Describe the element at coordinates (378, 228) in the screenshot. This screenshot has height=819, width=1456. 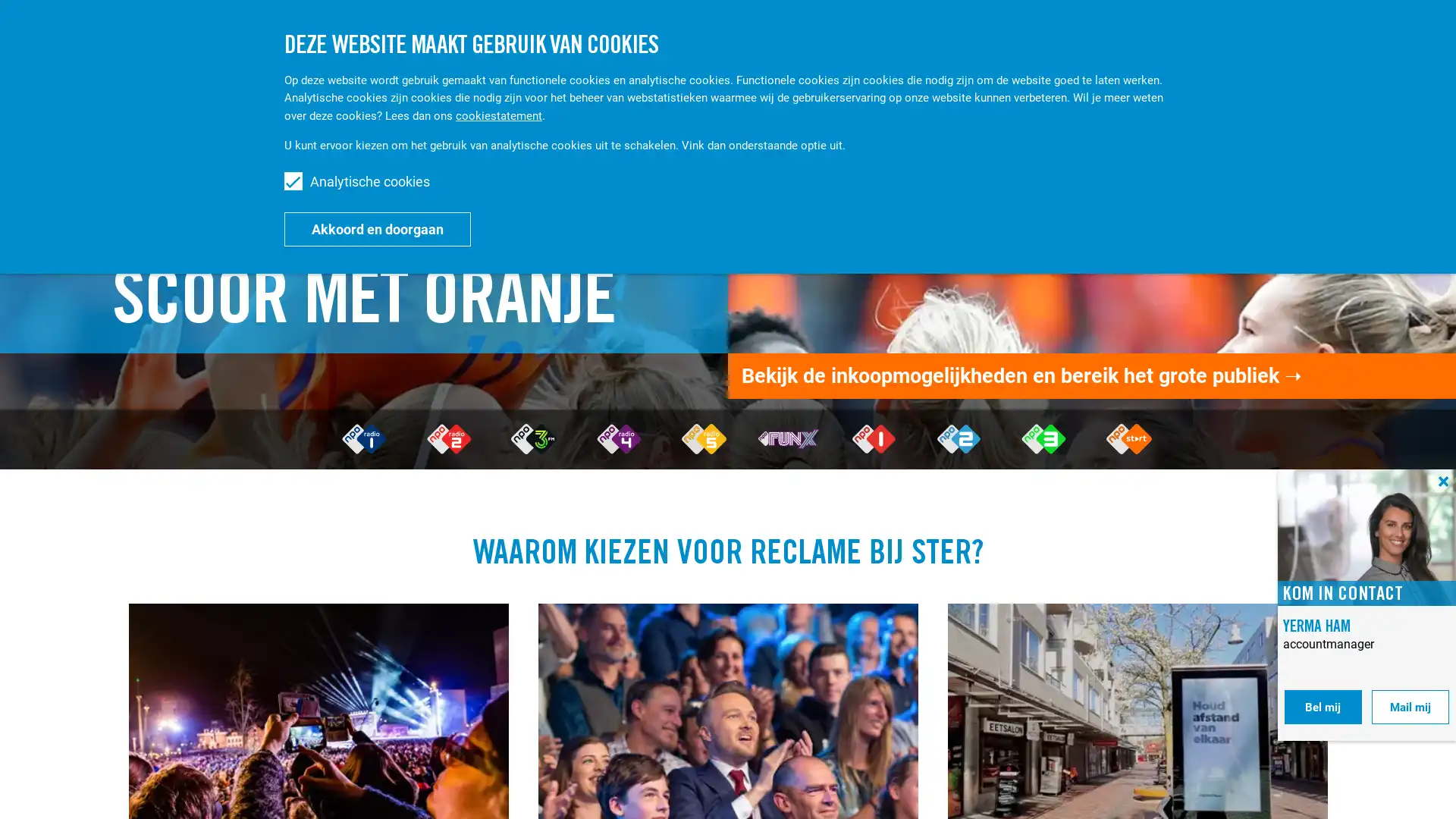
I see `Akkoord en doorgaan` at that location.